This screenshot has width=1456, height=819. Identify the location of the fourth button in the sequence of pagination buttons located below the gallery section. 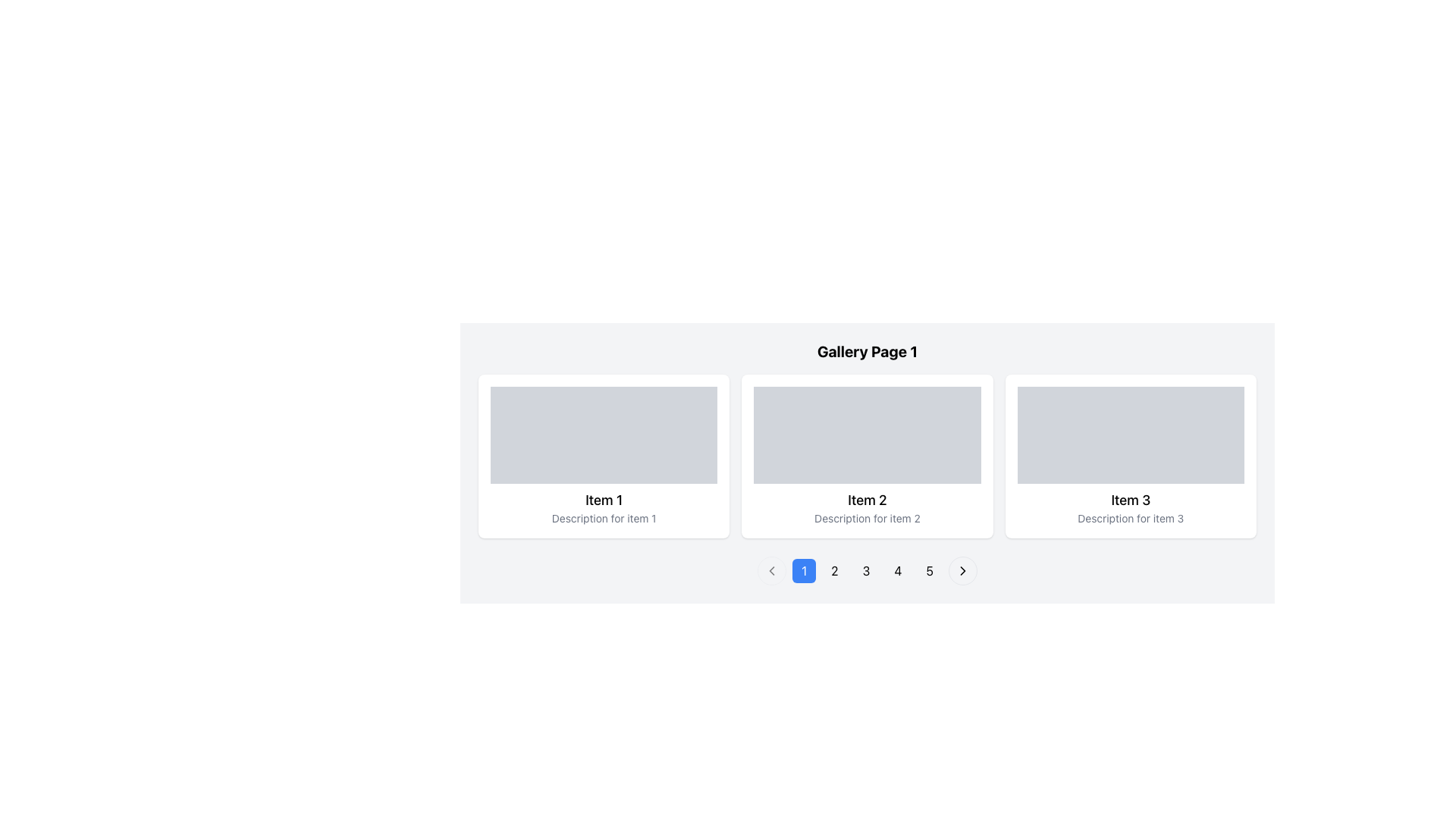
(898, 570).